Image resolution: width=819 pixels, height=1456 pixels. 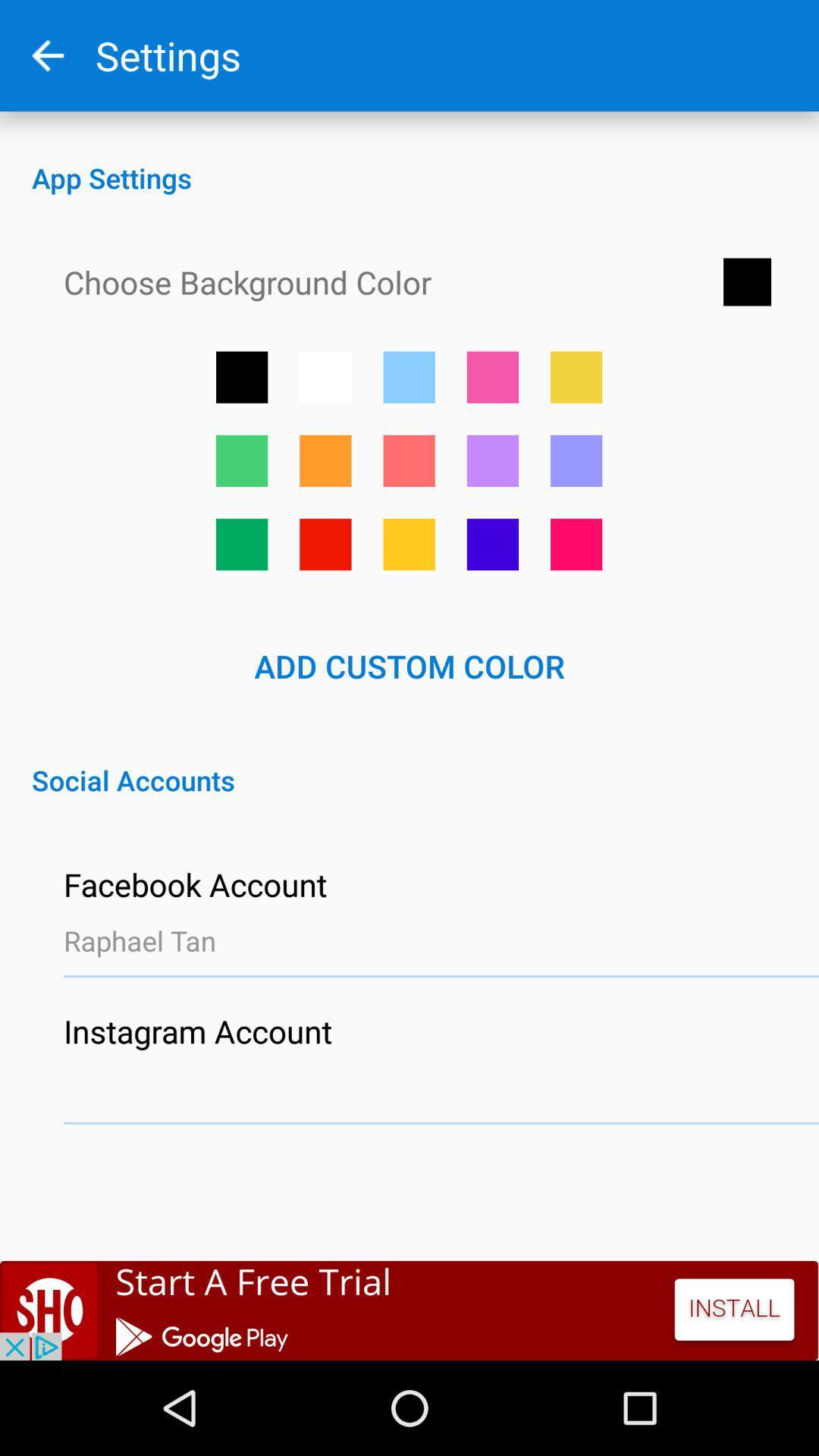 I want to click on yellow, so click(x=576, y=377).